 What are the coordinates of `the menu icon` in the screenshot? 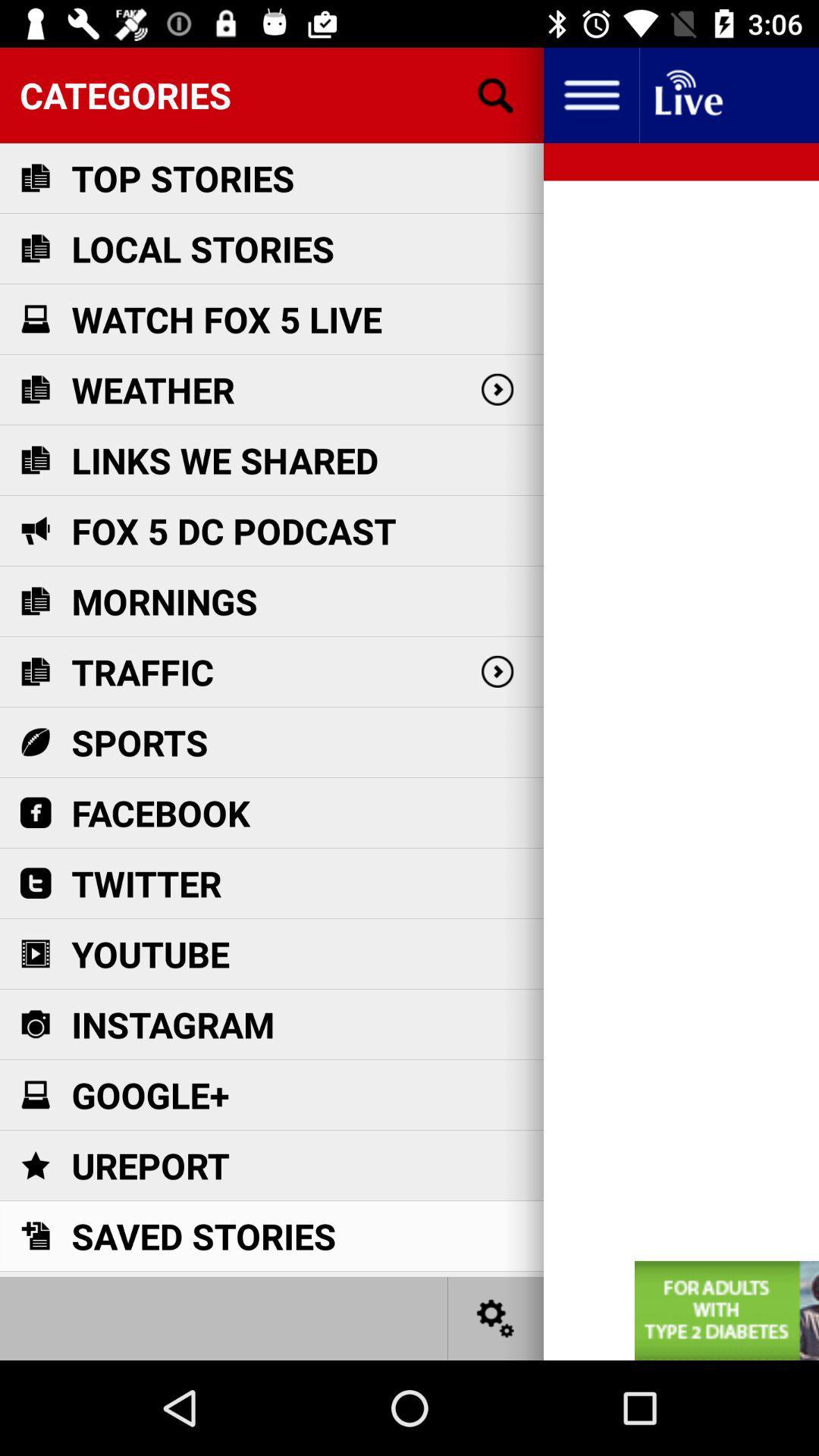 It's located at (590, 94).